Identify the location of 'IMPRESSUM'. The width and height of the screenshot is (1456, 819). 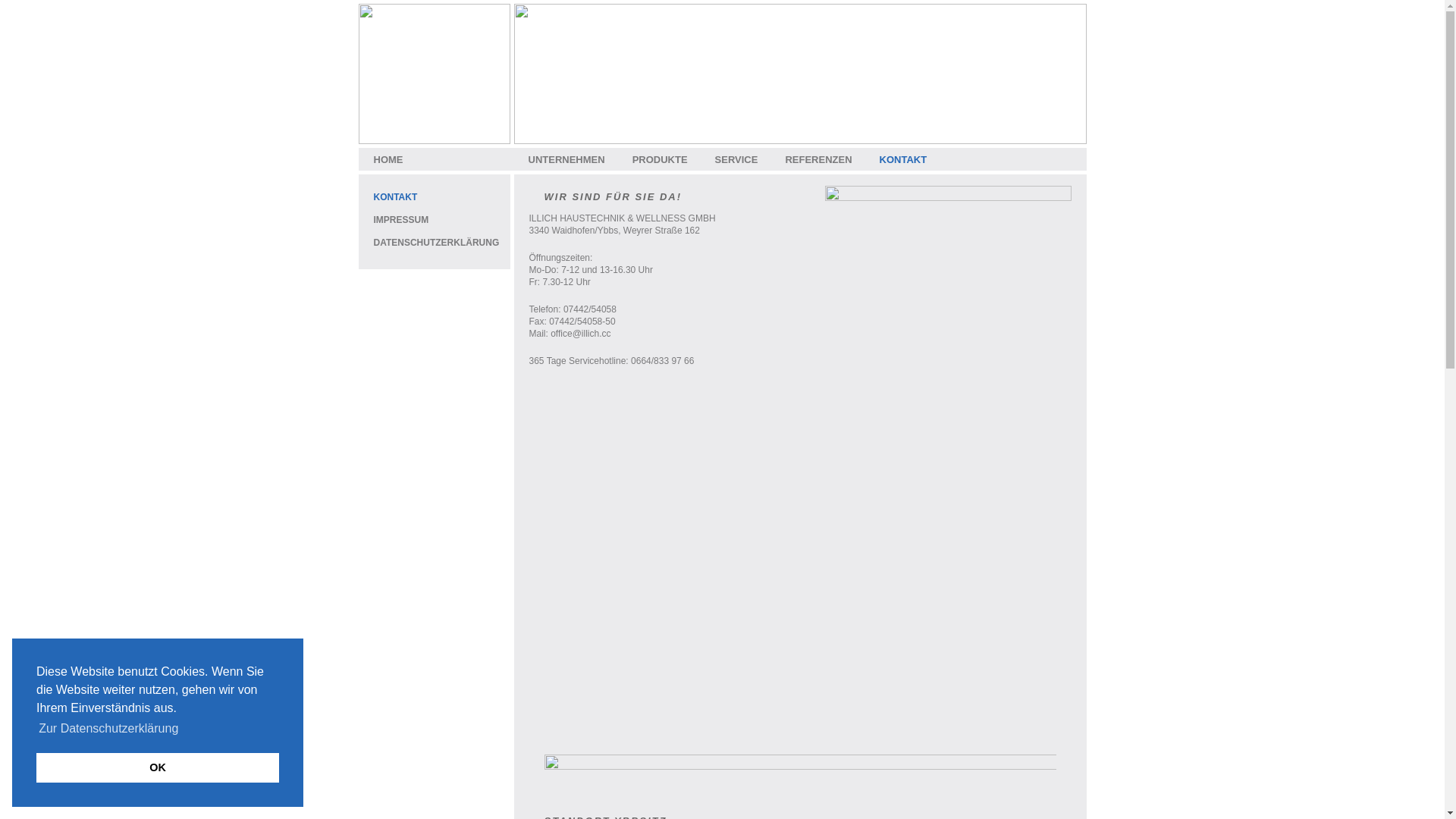
(400, 219).